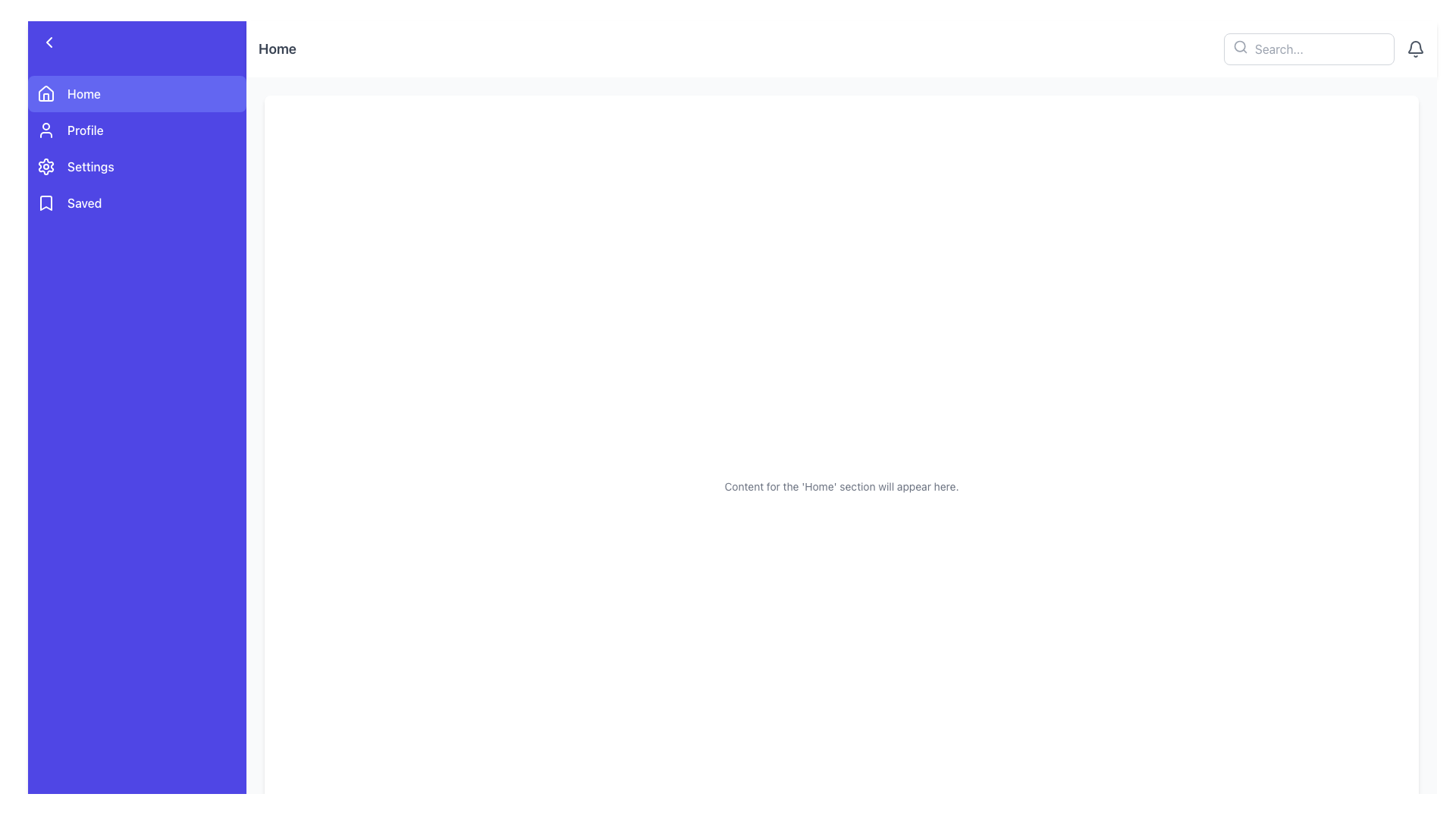  Describe the element at coordinates (46, 93) in the screenshot. I see `the house-shaped icon located at the top left of the vertical navigation menu` at that location.